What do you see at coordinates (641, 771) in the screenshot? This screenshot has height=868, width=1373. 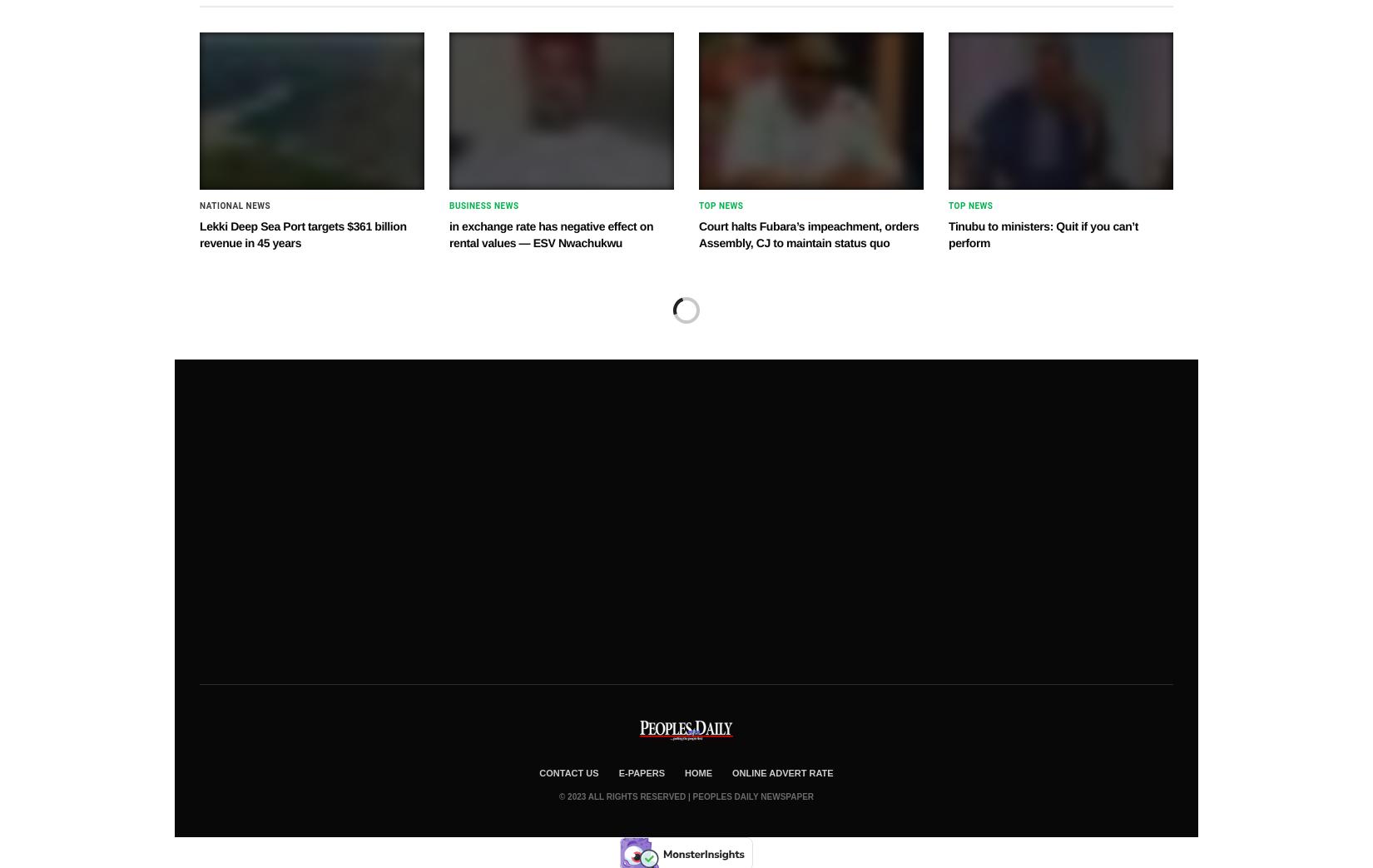 I see `'e-Papers'` at bounding box center [641, 771].